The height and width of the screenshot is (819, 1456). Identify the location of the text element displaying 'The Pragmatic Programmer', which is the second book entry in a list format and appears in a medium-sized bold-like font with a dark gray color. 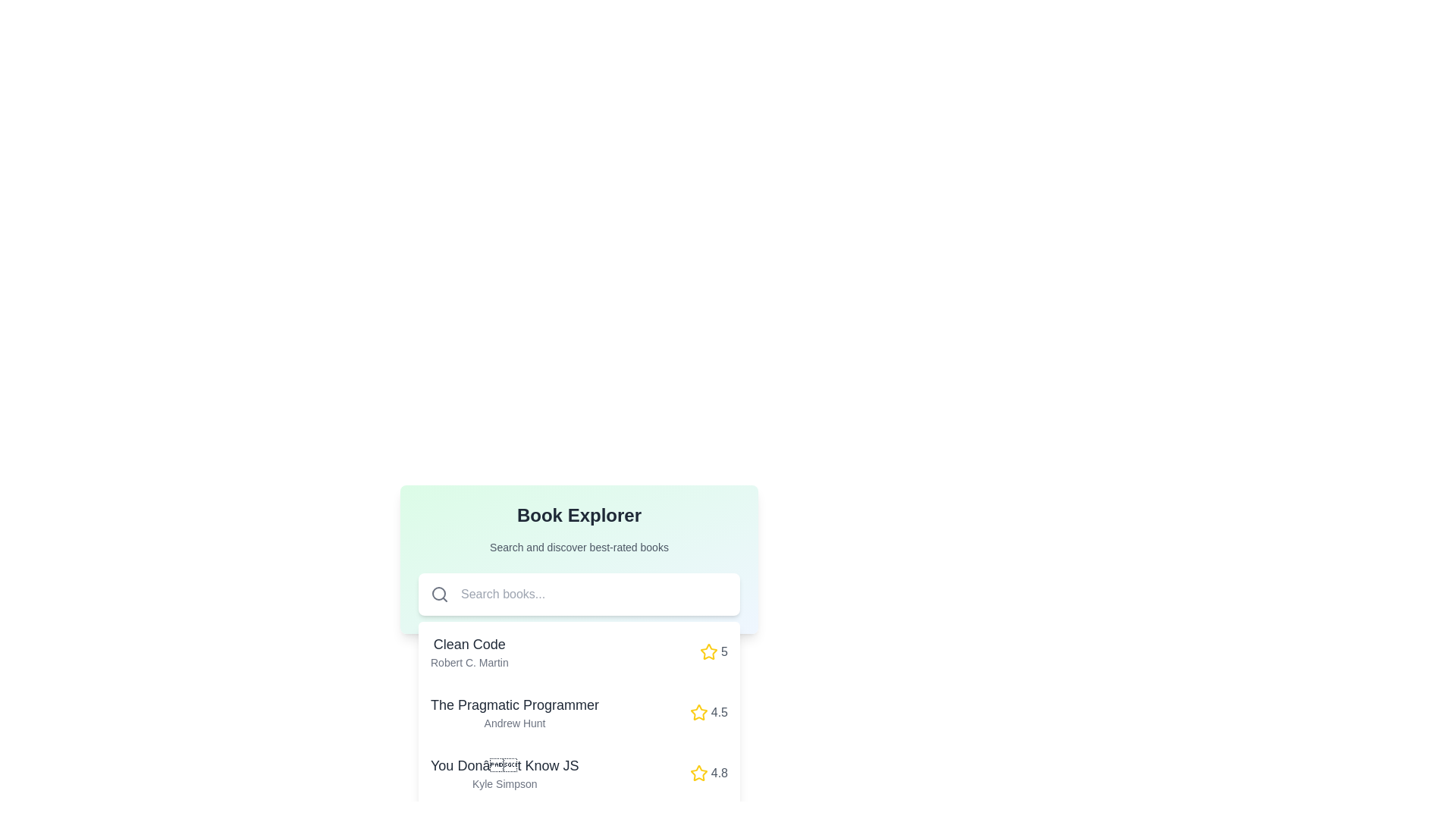
(515, 704).